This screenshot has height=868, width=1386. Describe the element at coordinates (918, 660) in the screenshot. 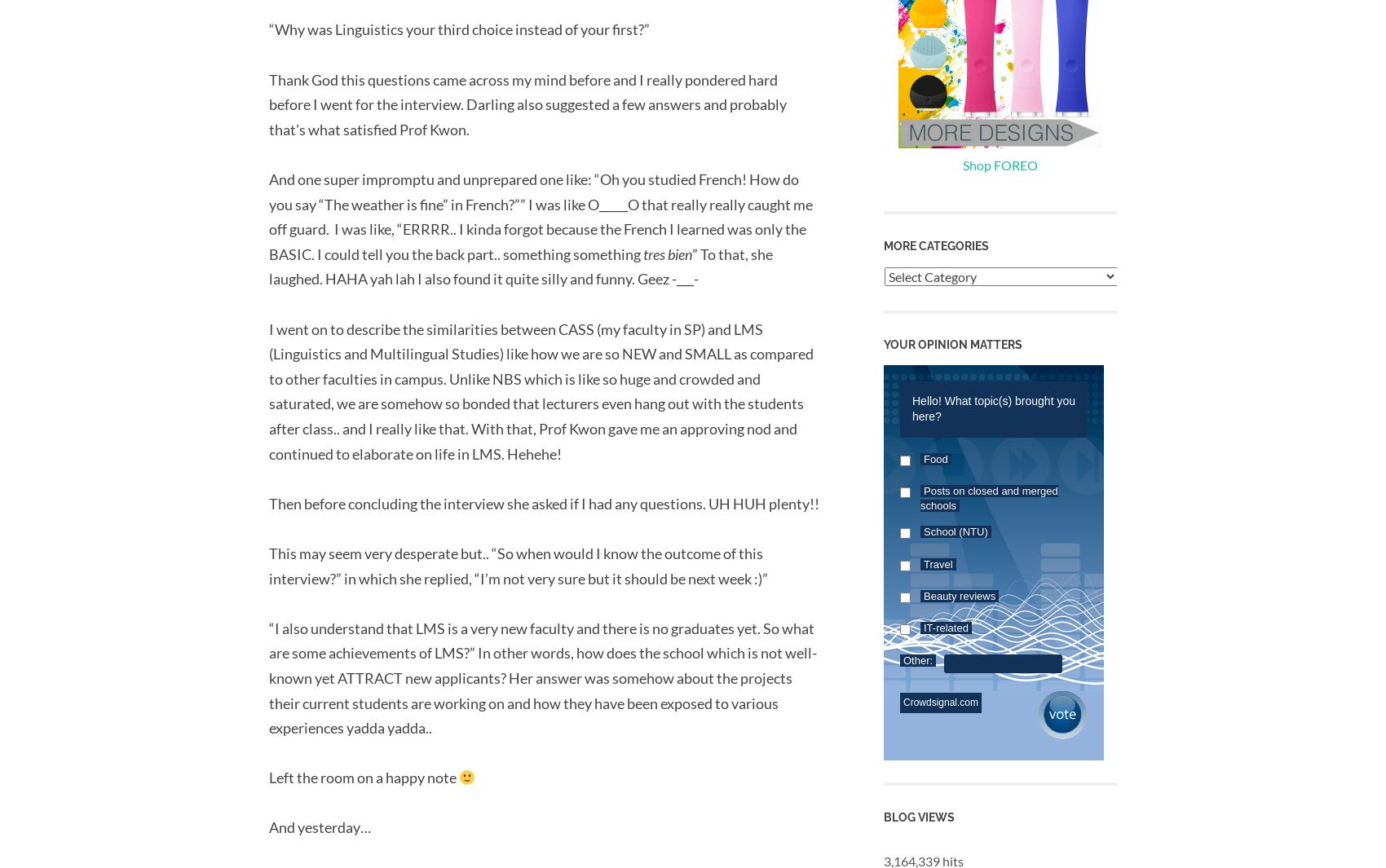

I see `'Other:'` at that location.